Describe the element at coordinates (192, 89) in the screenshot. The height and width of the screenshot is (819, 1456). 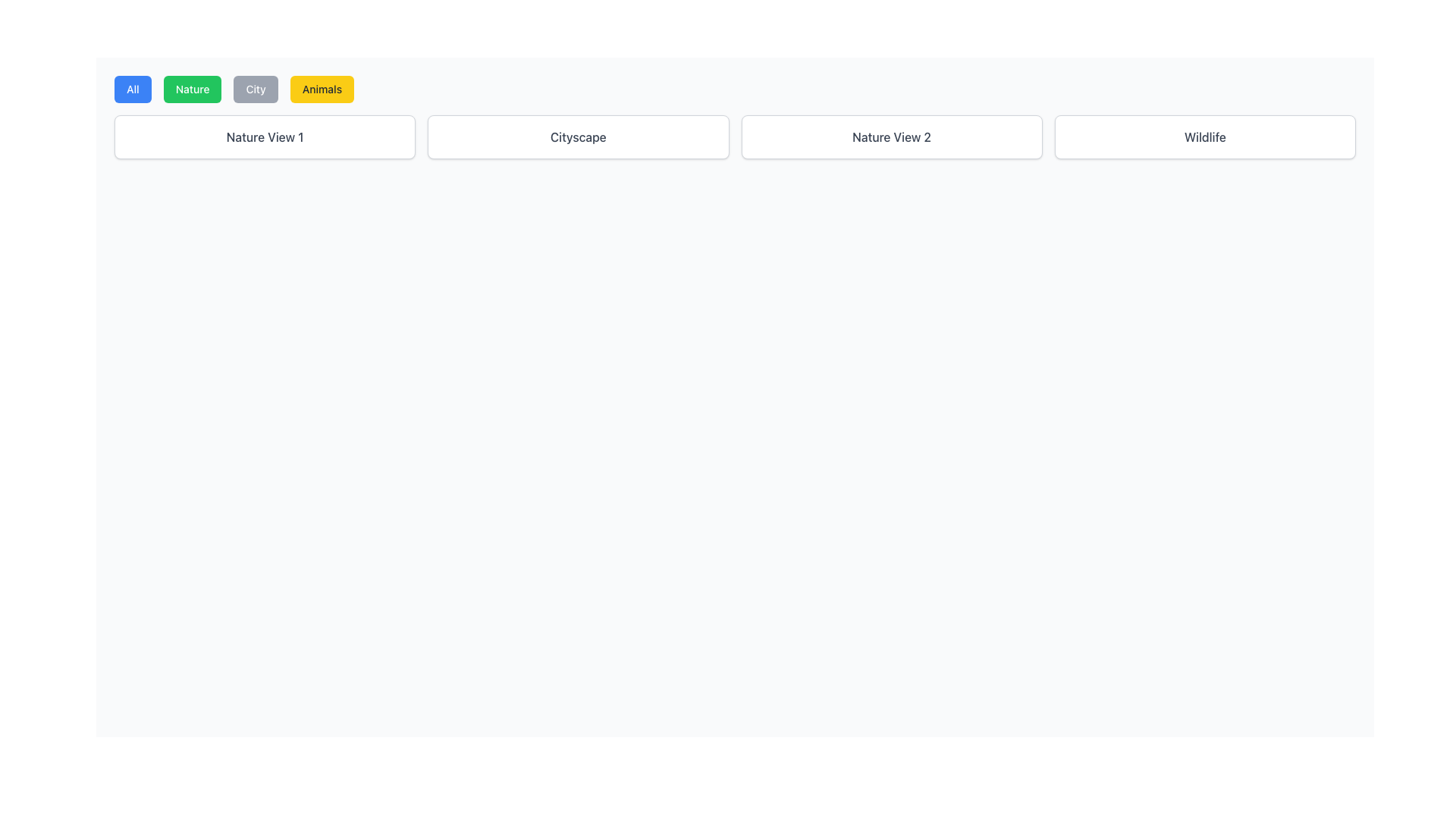
I see `the 'Nature' button, the second button from the left in a group of four buttons` at that location.